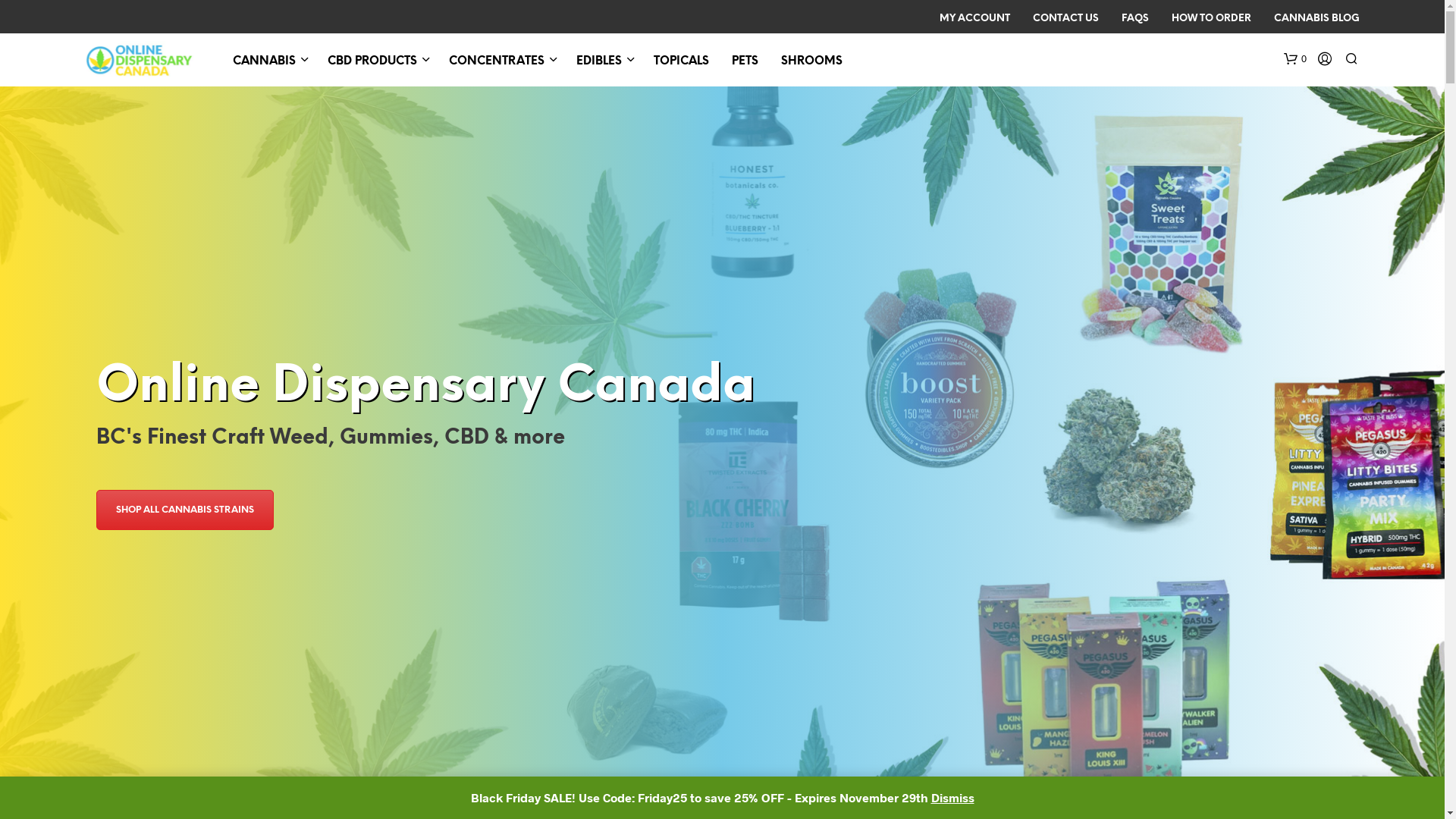  I want to click on 'FAQS', so click(1110, 18).